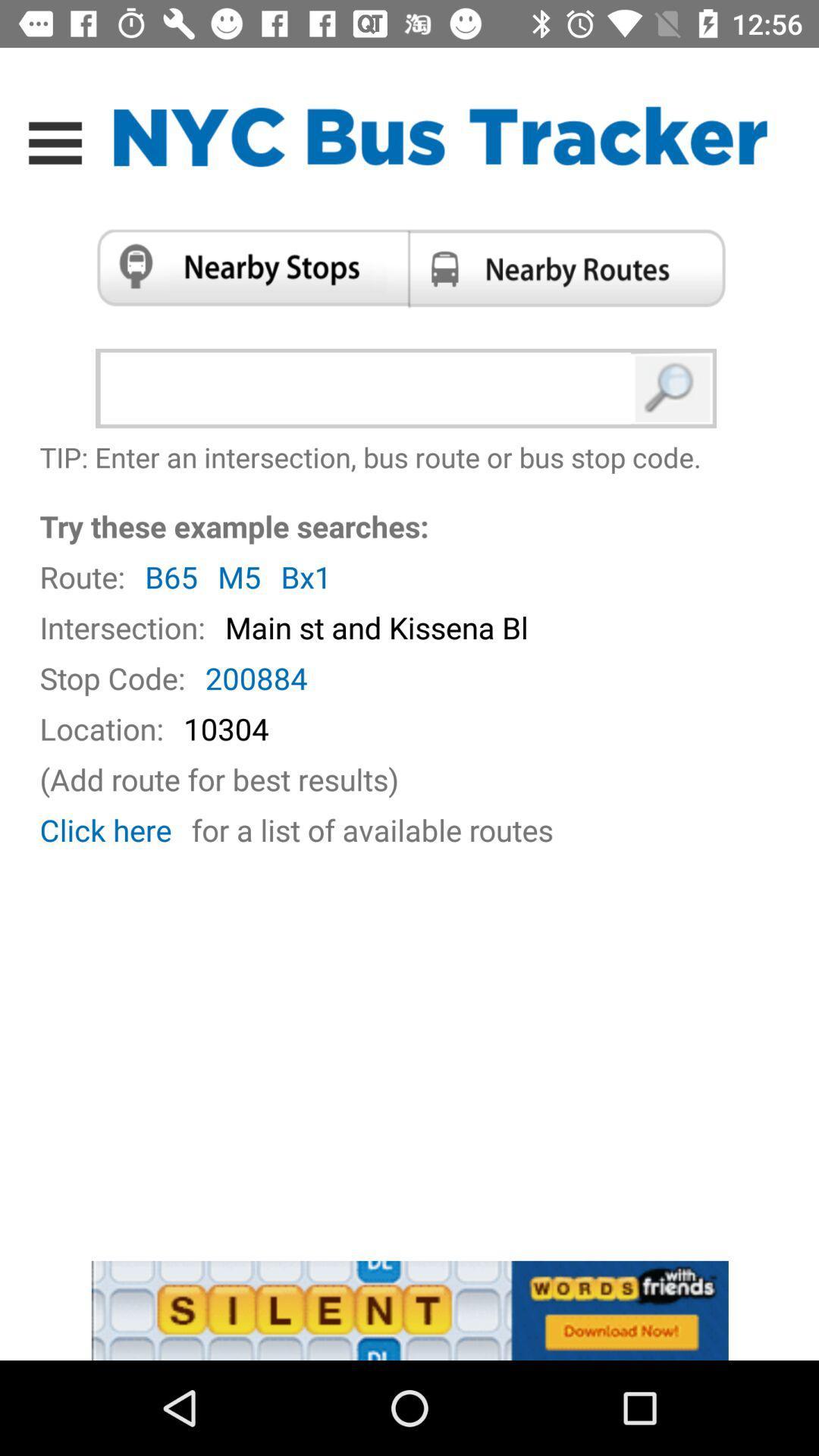 Image resolution: width=819 pixels, height=1456 pixels. What do you see at coordinates (673, 388) in the screenshot?
I see `the search icon` at bounding box center [673, 388].